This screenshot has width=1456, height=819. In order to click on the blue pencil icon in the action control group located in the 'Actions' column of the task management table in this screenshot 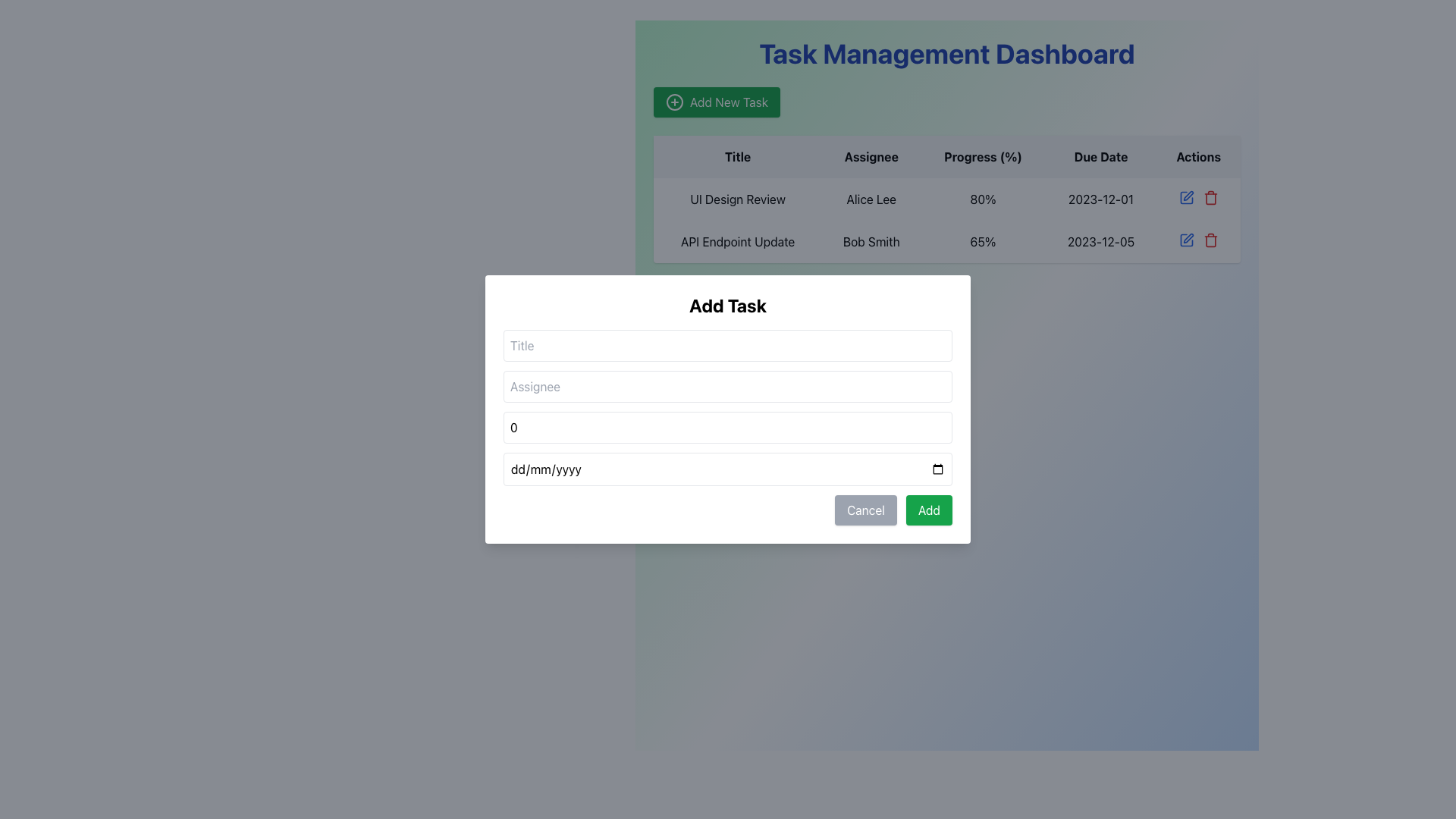, I will do `click(1197, 197)`.